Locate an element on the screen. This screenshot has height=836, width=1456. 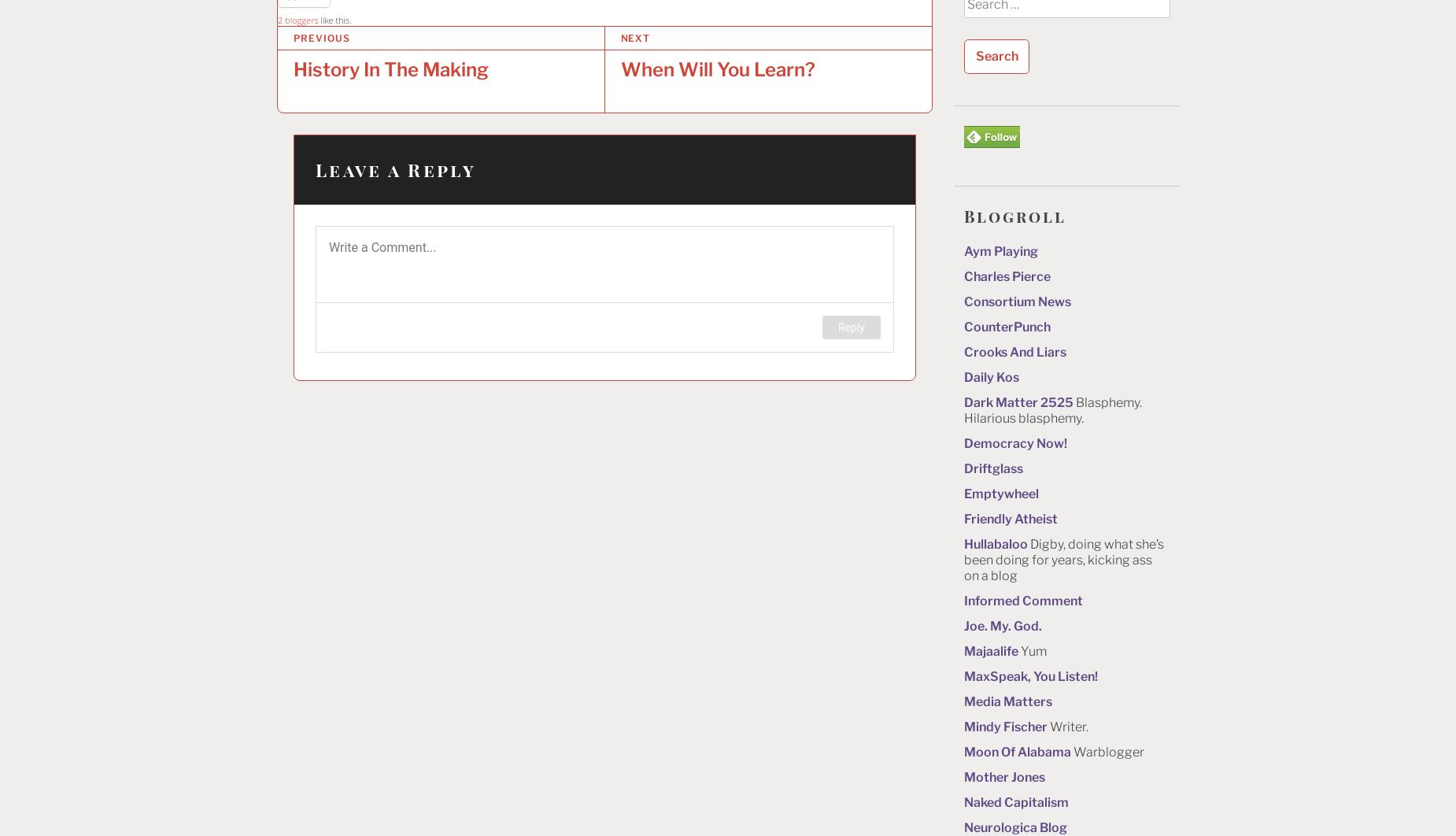
'Next' is located at coordinates (634, 38).